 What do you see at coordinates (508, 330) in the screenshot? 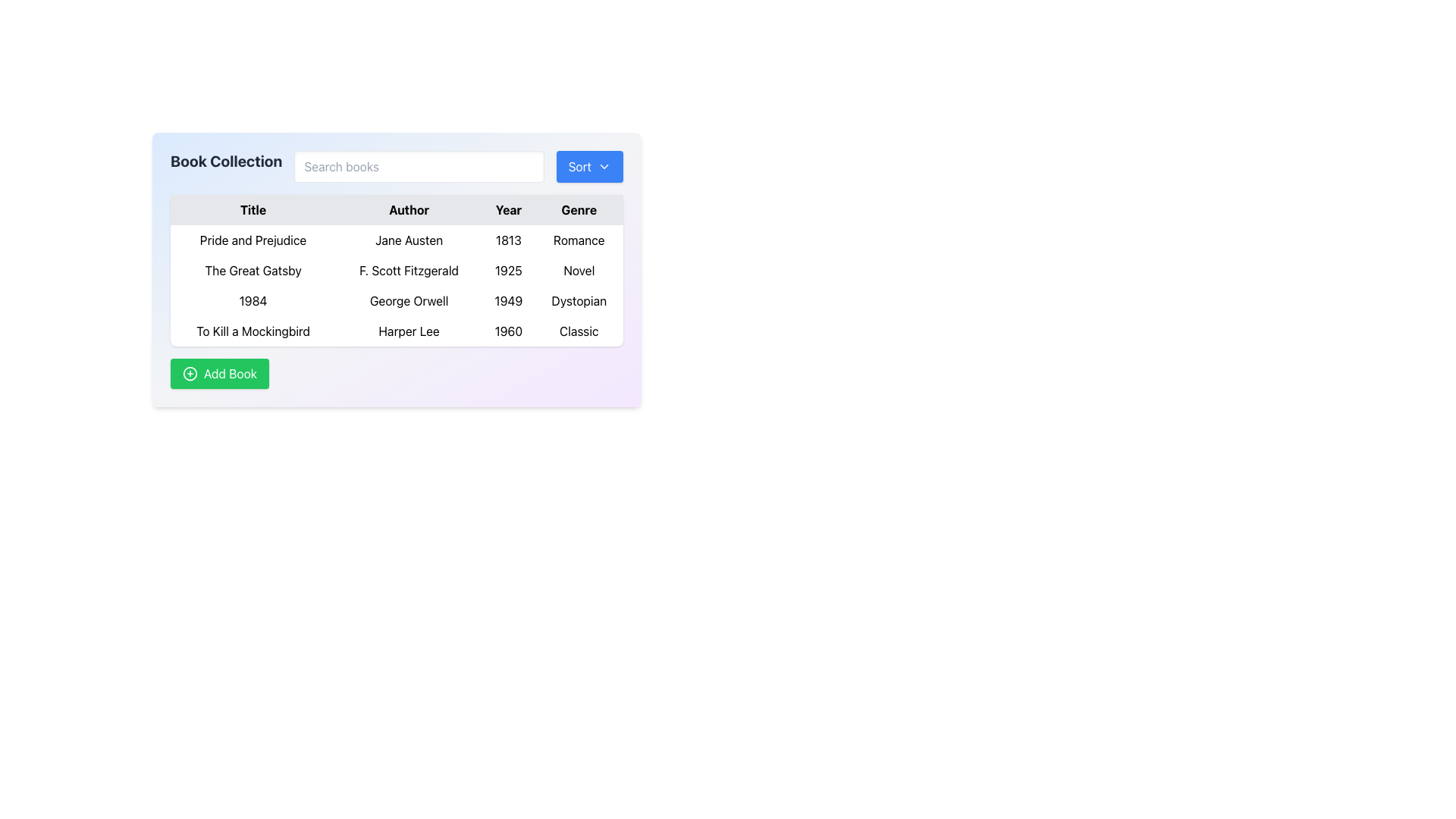
I see `the static text label displaying '1960' in the 'Year' column of the table for the book 'To Kill a Mockingbird'` at bounding box center [508, 330].